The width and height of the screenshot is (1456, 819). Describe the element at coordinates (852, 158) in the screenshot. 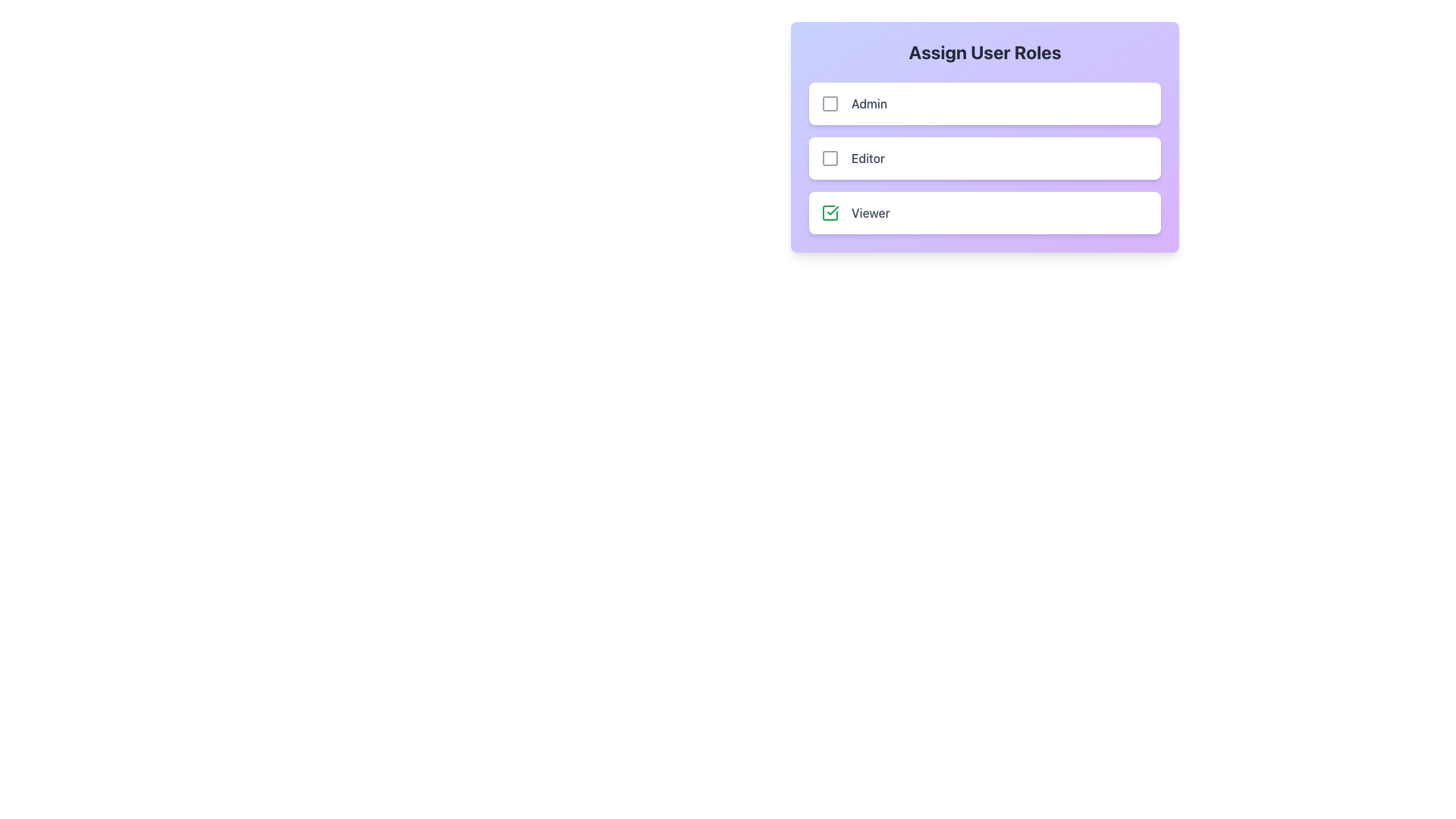

I see `the List item with the checkbox labeled 'Editor'` at that location.